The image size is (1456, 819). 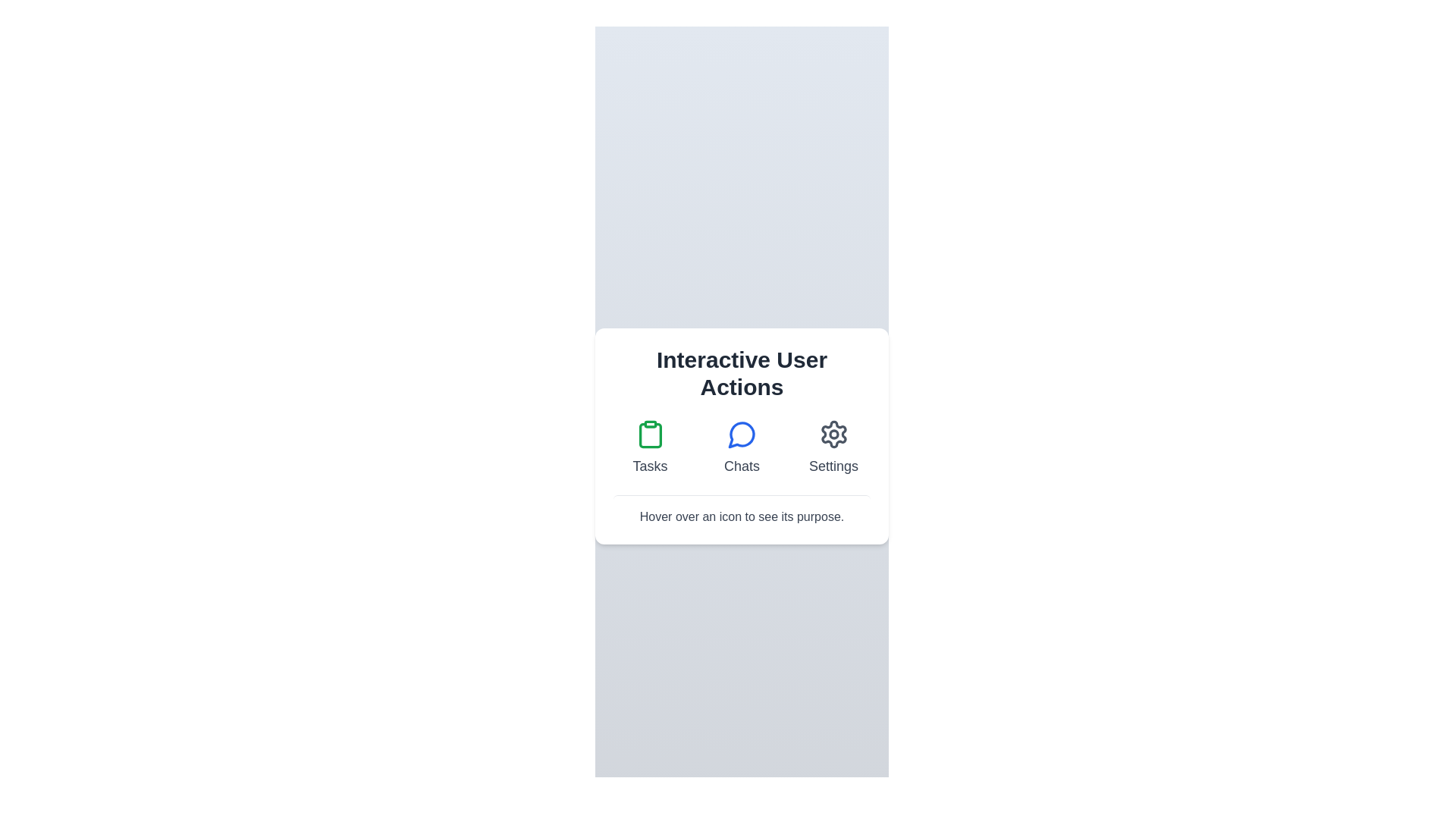 What do you see at coordinates (650, 435) in the screenshot?
I see `the clipboard icon, which is the leftmost icon in the 'Interactive User Actions' section, featuring a green outline and a clip at the top` at bounding box center [650, 435].